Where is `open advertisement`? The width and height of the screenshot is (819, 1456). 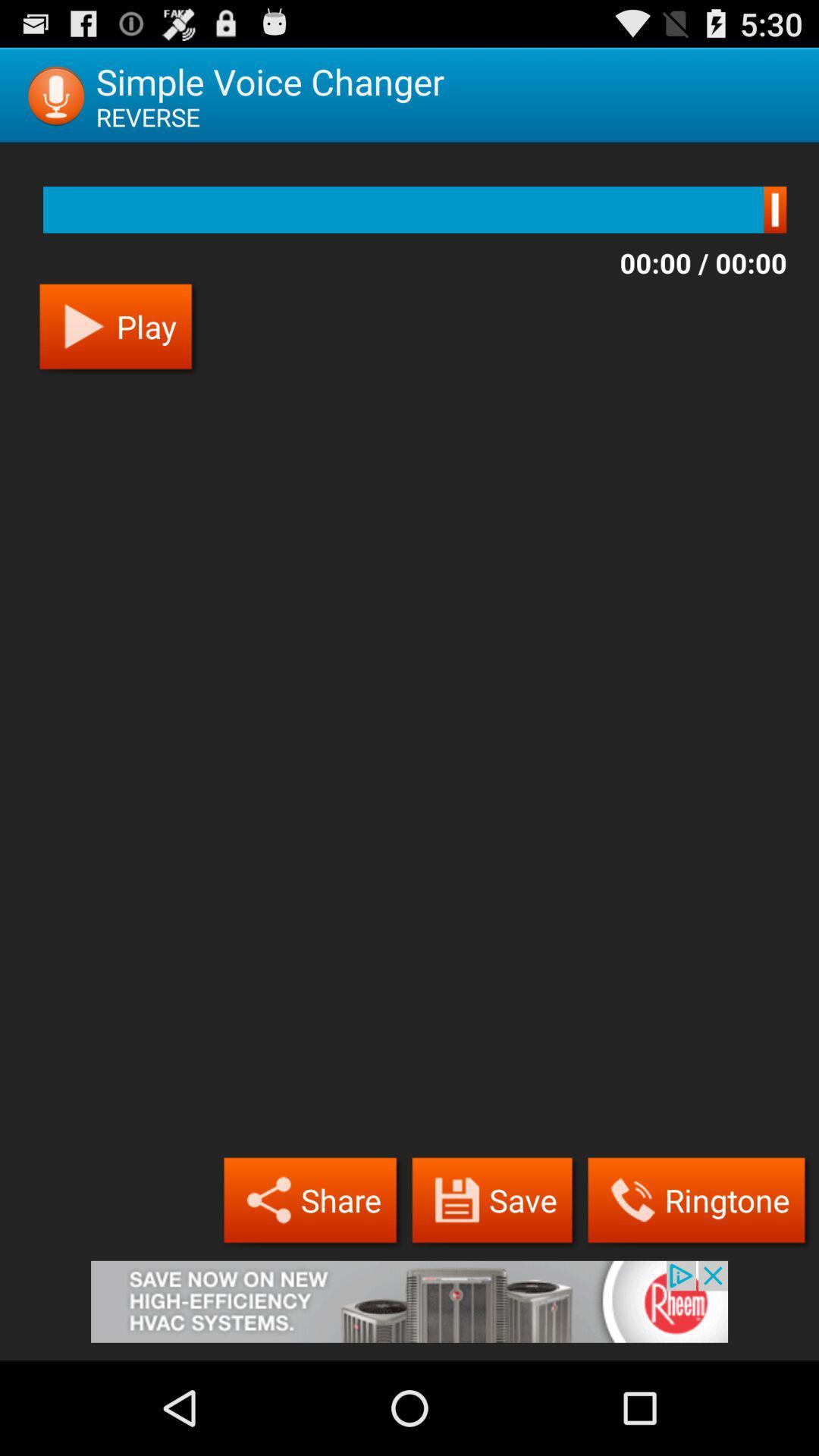
open advertisement is located at coordinates (409, 1310).